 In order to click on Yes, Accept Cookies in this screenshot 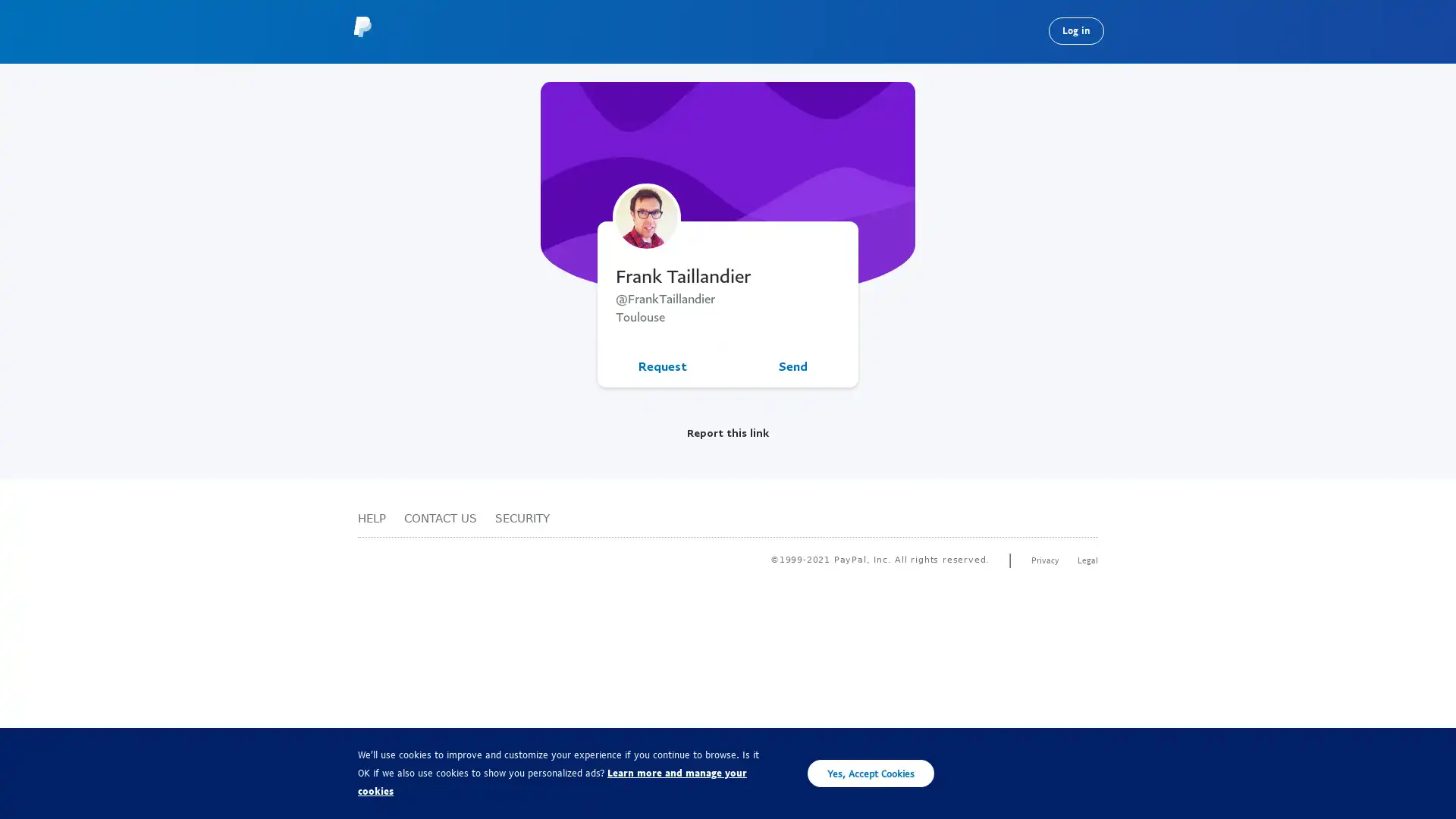, I will do `click(871, 773)`.